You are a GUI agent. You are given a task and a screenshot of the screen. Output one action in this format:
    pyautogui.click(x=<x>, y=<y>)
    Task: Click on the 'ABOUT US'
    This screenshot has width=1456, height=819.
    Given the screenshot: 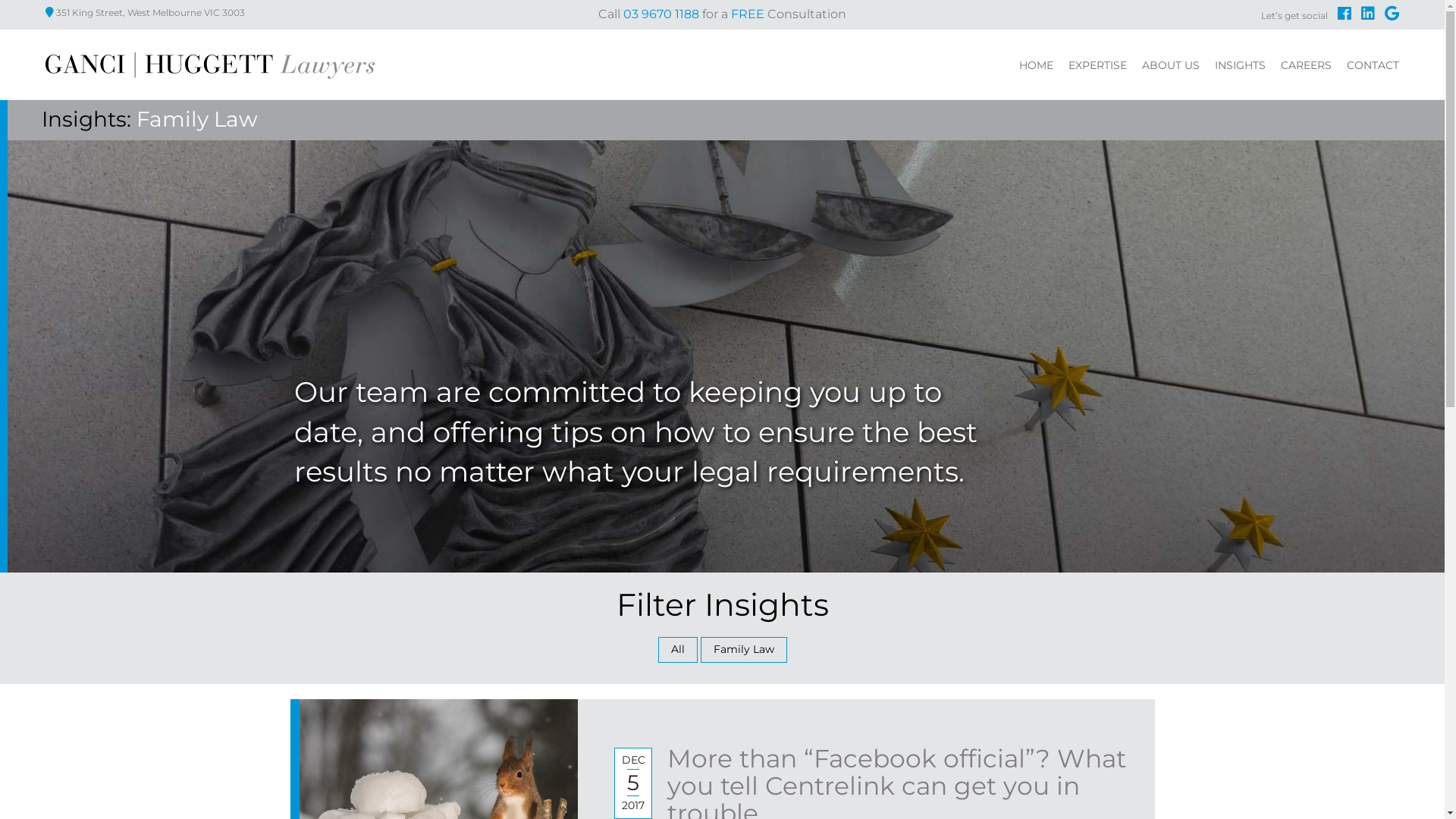 What is the action you would take?
    pyautogui.click(x=1170, y=65)
    